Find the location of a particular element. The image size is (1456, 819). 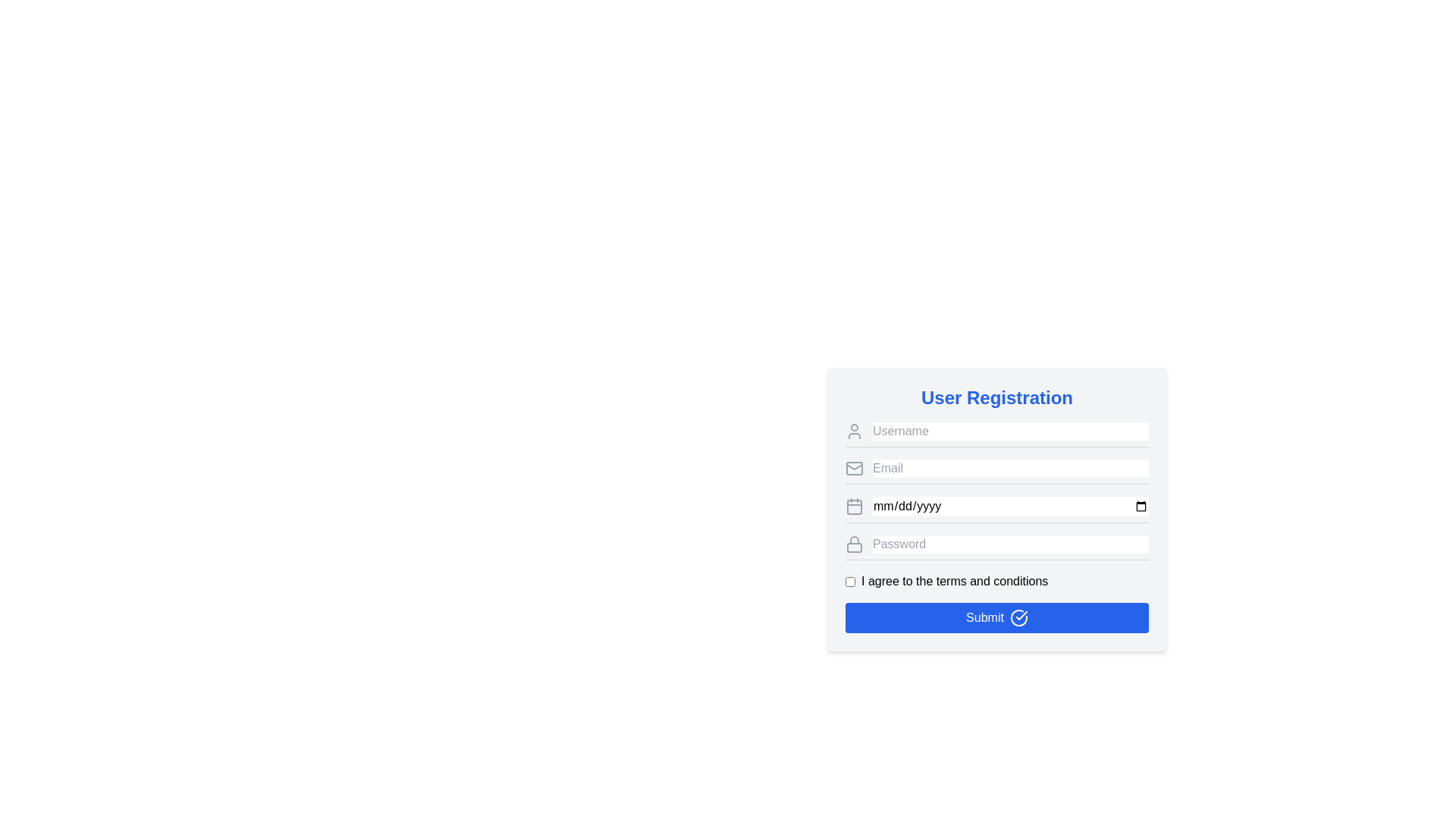

the checkbox labeled 'I agree to the terms and conditions' is located at coordinates (997, 581).